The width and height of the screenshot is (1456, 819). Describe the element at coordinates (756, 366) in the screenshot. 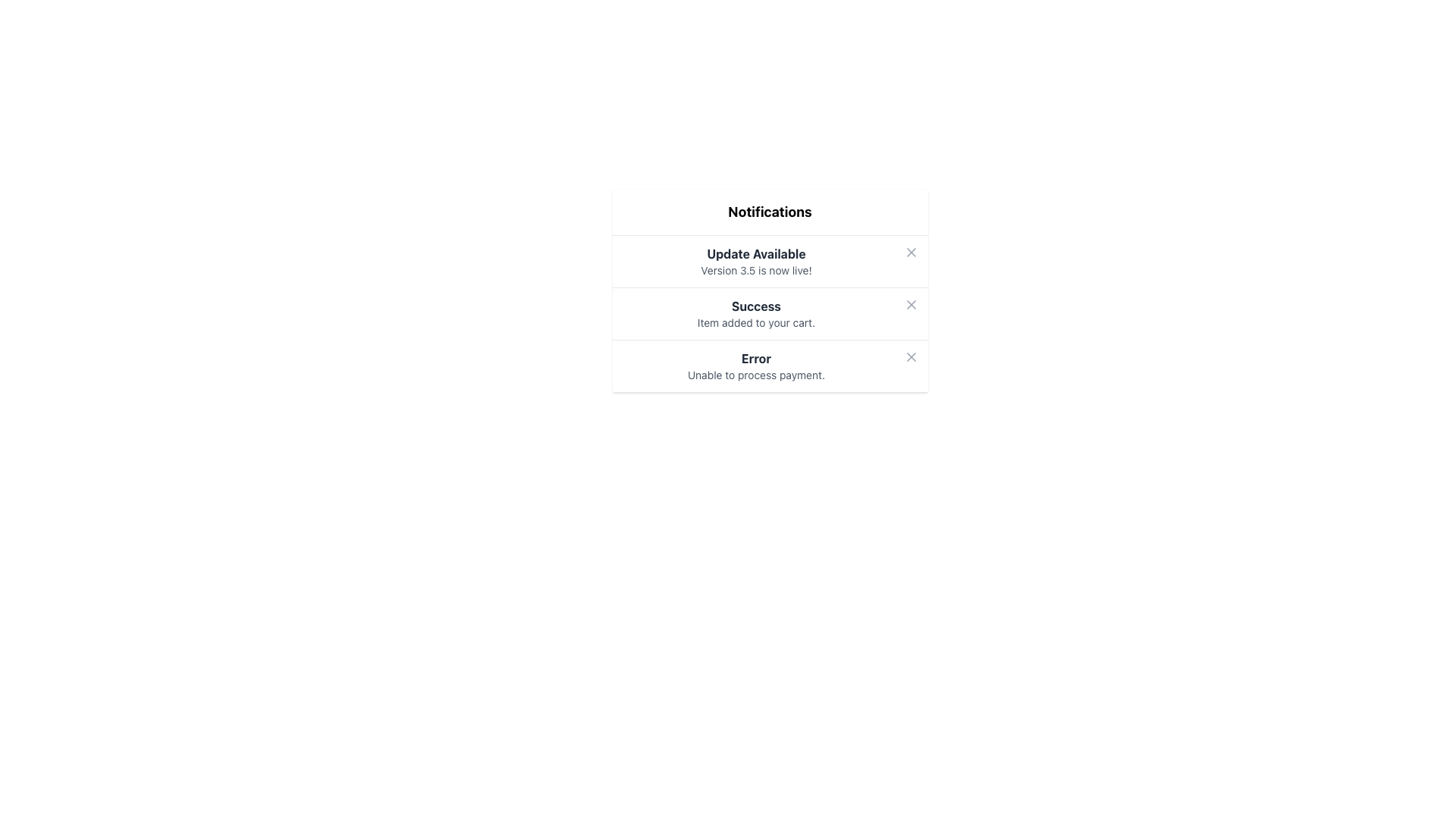

I see `message displayed in the error notification card, which states 'Unable to process payment.'` at that location.